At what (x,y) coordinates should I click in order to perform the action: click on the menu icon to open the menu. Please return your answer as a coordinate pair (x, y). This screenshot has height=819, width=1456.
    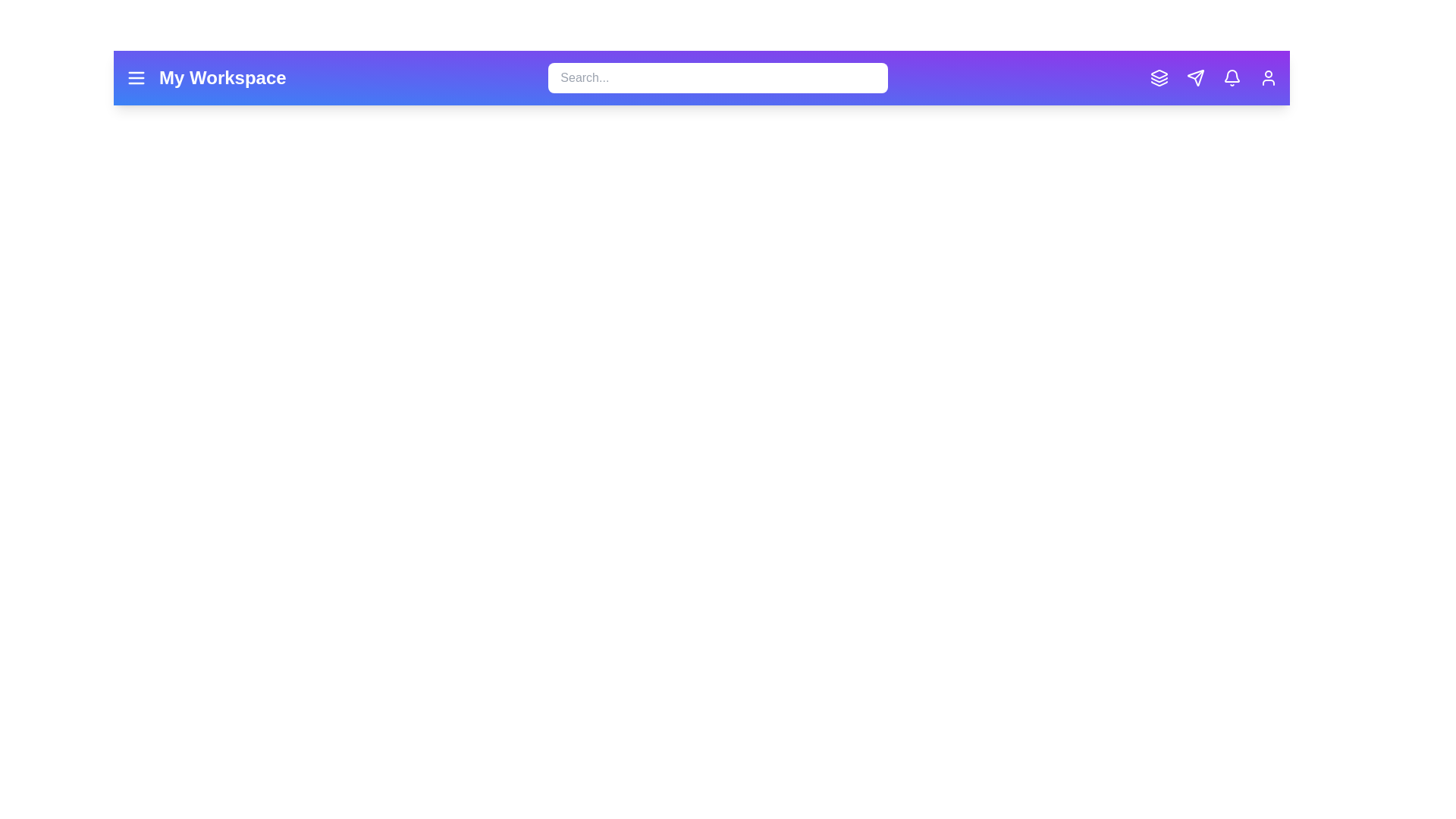
    Looking at the image, I should click on (136, 78).